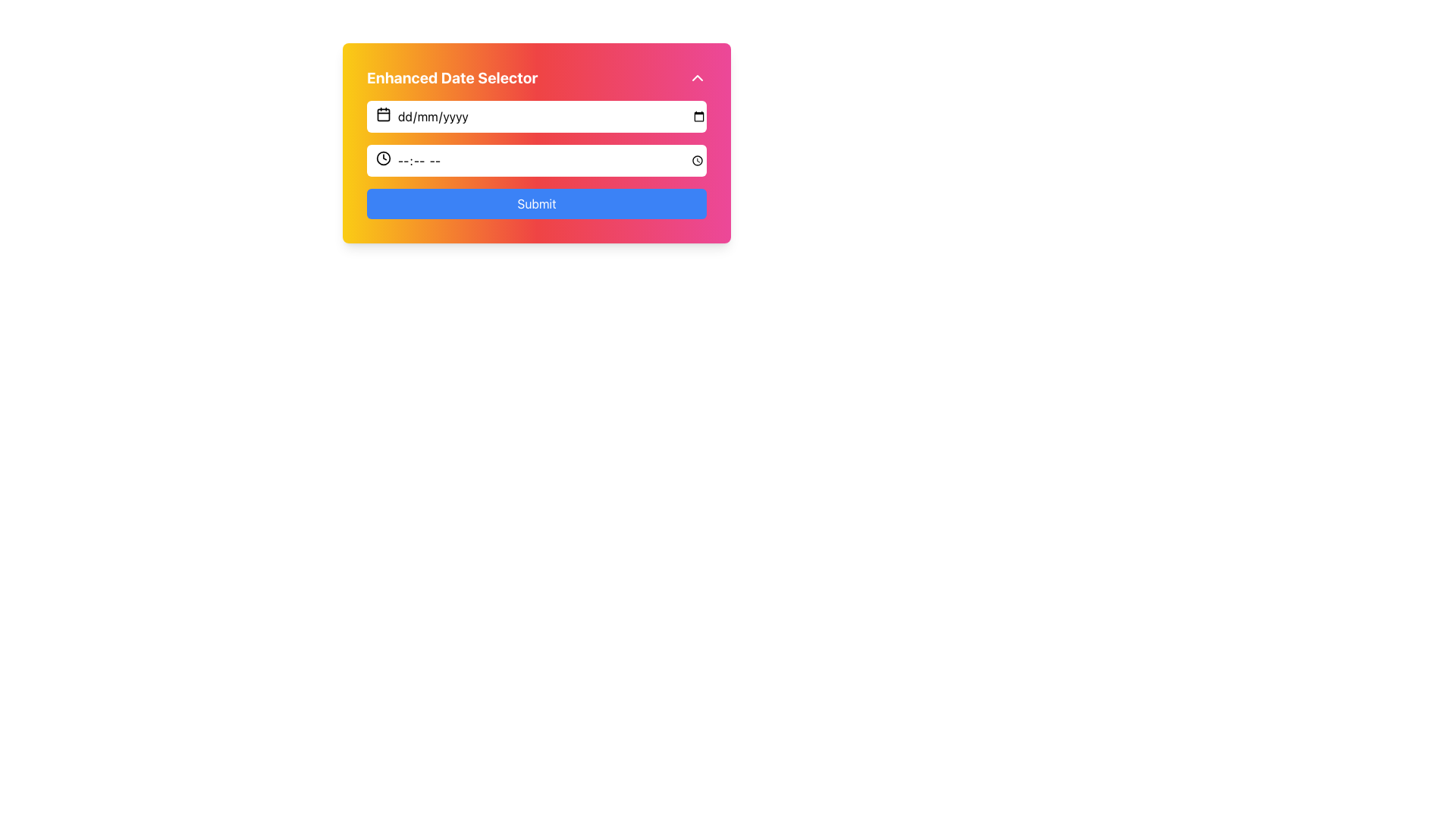 This screenshot has height=819, width=1456. I want to click on the SVG calendar icon located to the left of the date input field in the Enhanced Date Selector UI, so click(383, 113).